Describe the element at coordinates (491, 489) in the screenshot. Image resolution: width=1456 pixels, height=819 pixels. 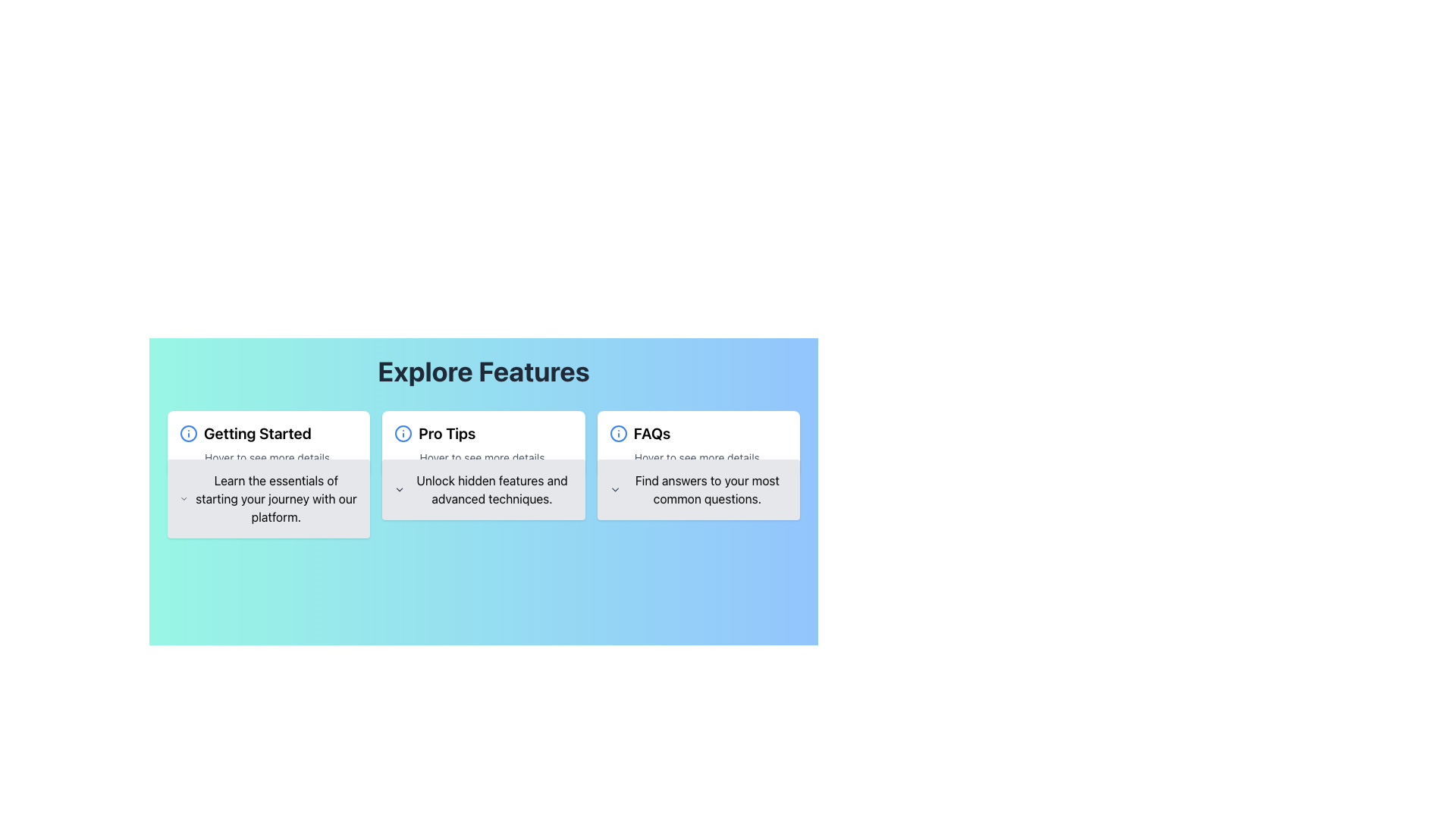
I see `the text snippet that reads 'Unlock hidden features and advanced techniques.' located within the 'Pro Tips' card` at that location.